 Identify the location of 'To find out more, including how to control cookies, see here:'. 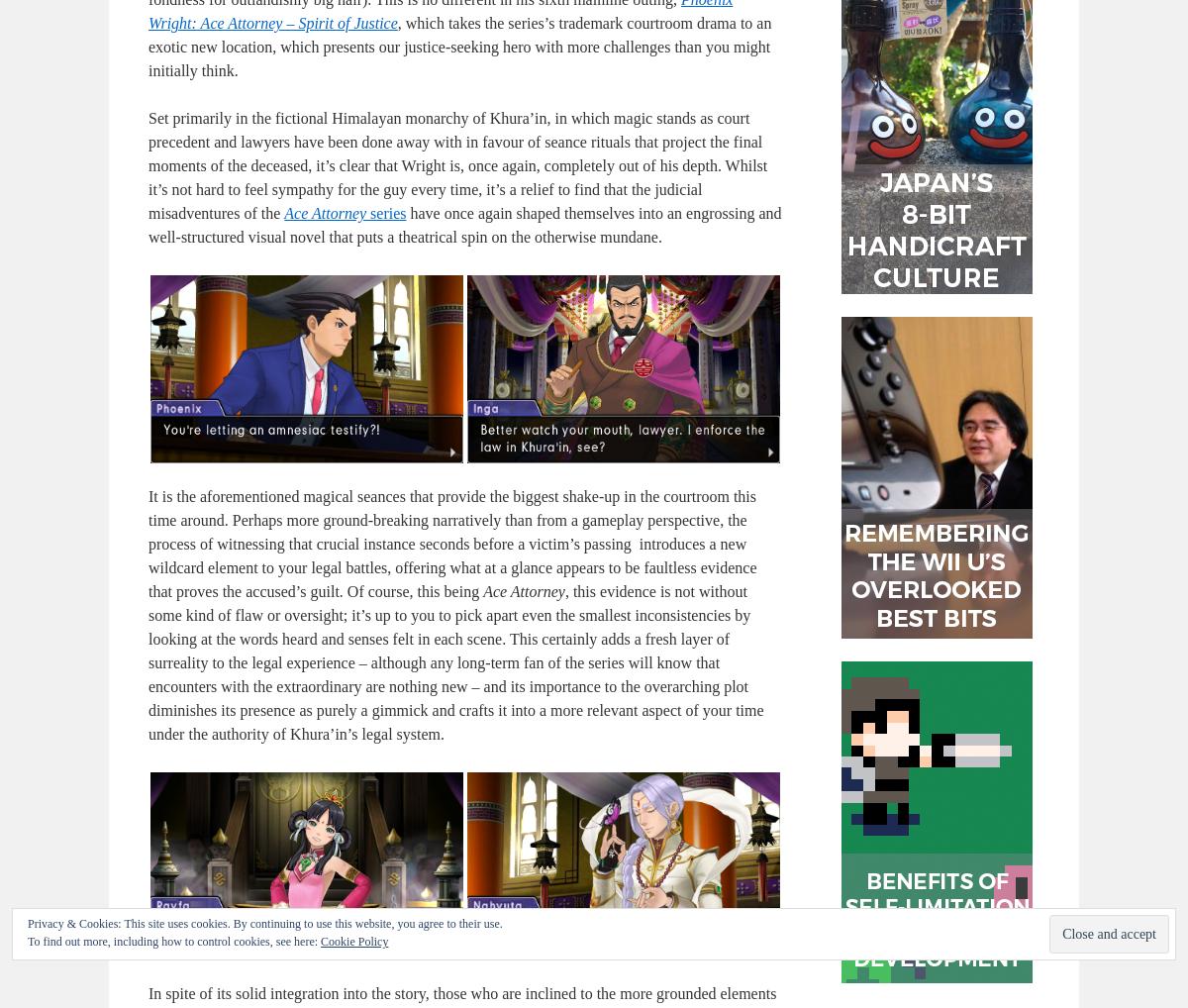
(173, 941).